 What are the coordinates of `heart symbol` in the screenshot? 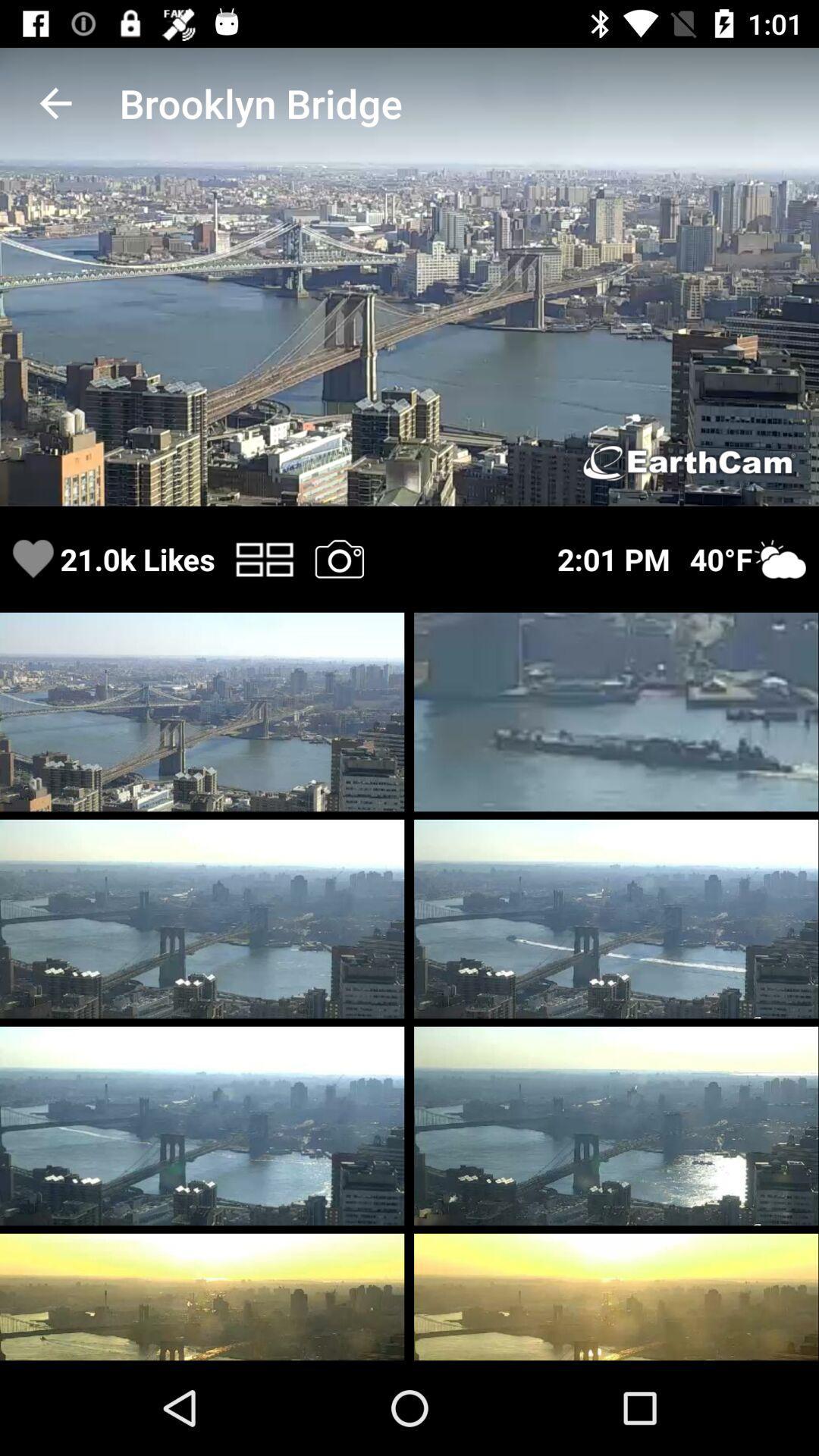 It's located at (33, 558).